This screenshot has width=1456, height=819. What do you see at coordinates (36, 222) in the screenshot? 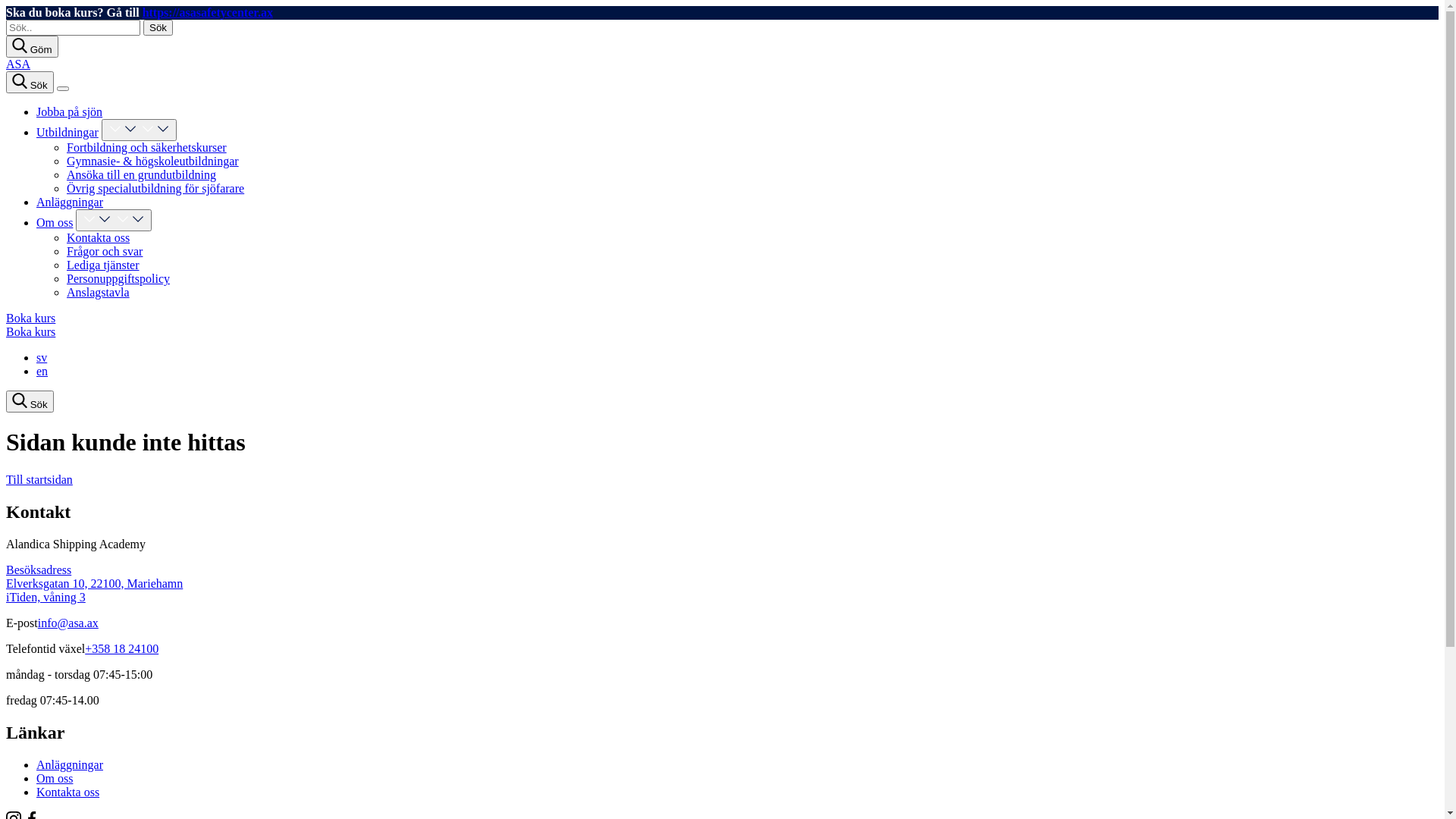
I see `'Om oss'` at bounding box center [36, 222].